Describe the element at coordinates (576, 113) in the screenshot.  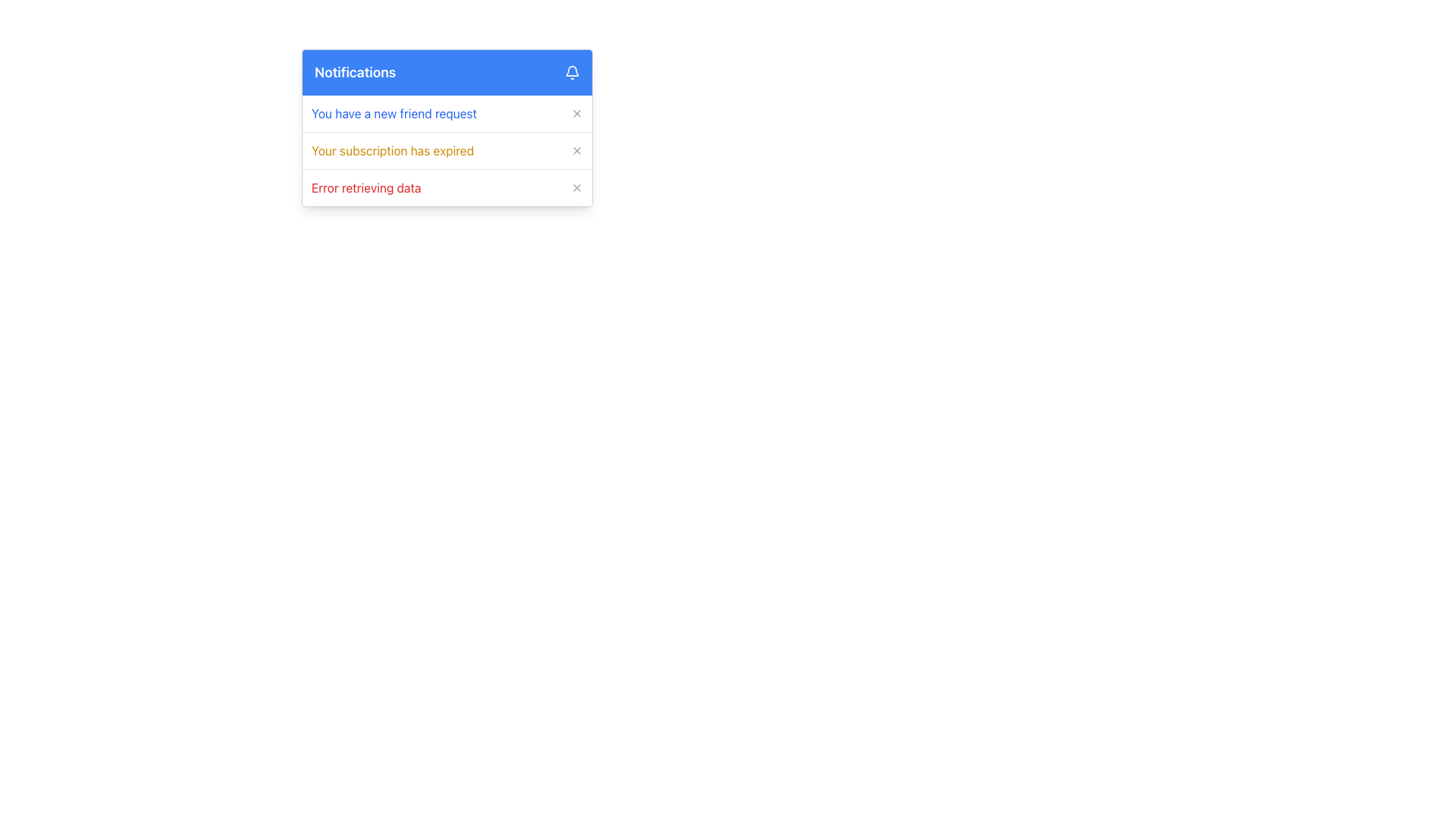
I see `the close button ('X') in the top-right corner of the notification labeled 'You have a new friend request'` at that location.